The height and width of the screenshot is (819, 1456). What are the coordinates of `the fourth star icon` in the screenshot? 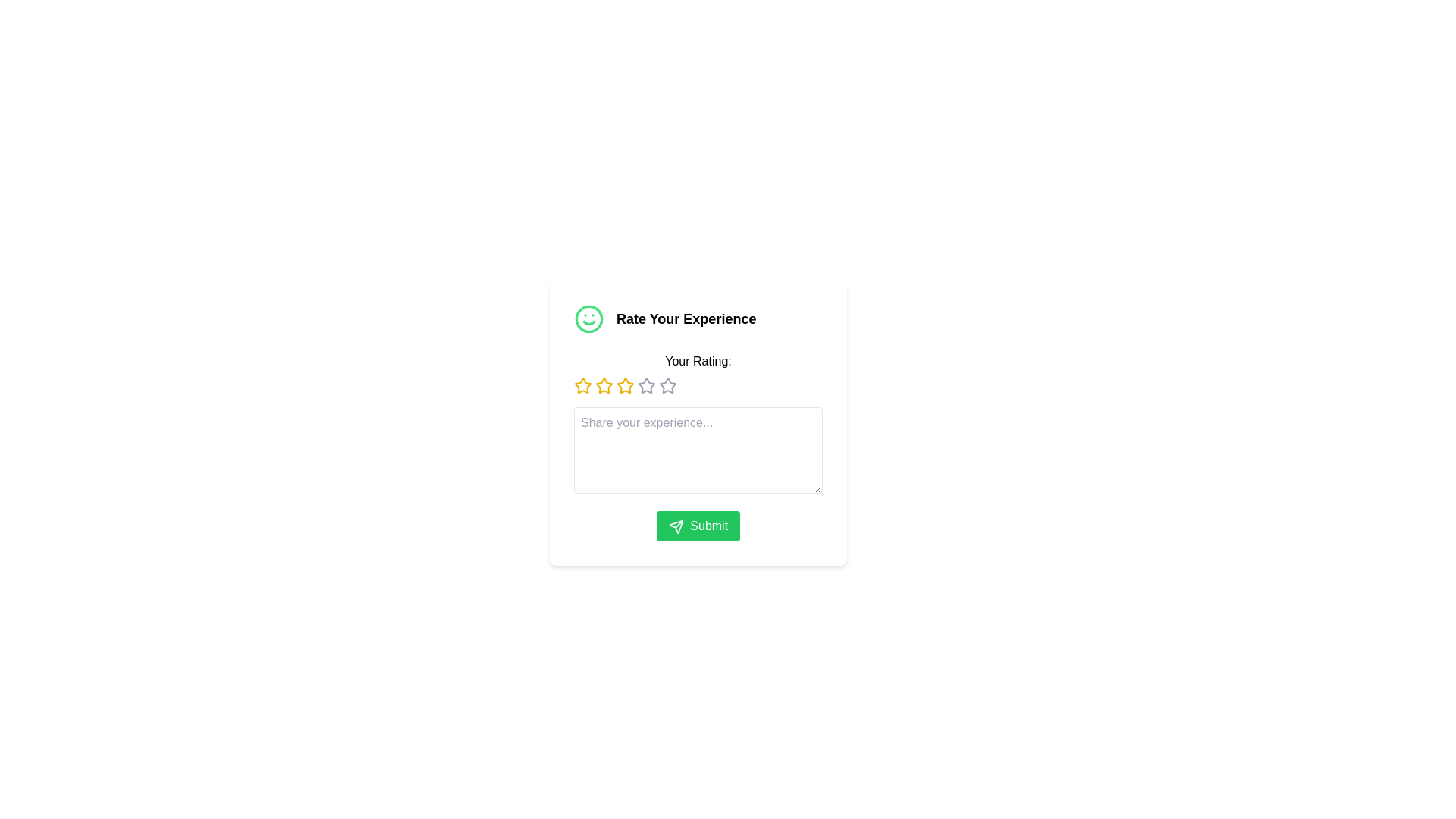 It's located at (647, 384).